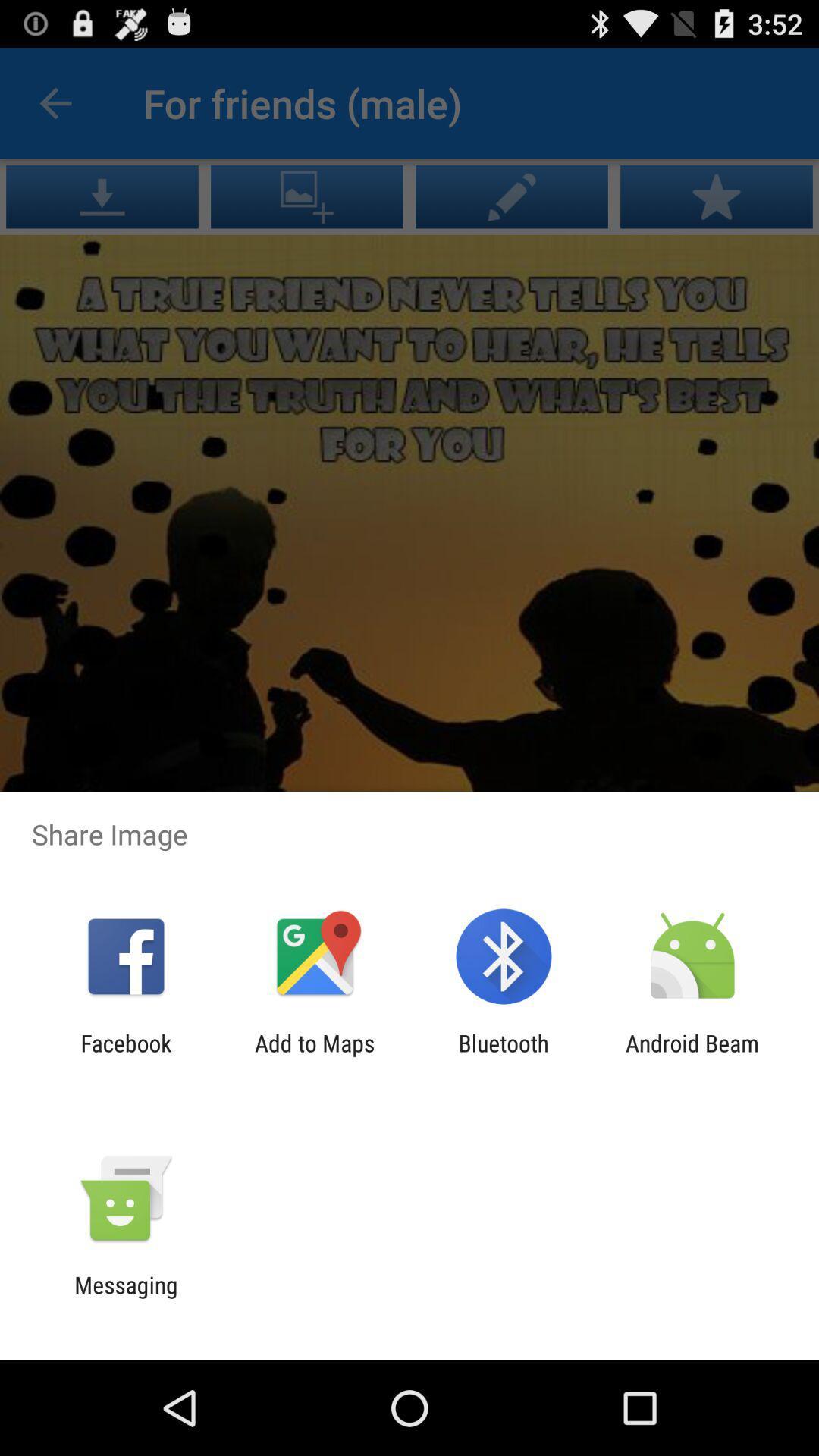 Image resolution: width=819 pixels, height=1456 pixels. Describe the element at coordinates (314, 1056) in the screenshot. I see `icon next to bluetooth` at that location.